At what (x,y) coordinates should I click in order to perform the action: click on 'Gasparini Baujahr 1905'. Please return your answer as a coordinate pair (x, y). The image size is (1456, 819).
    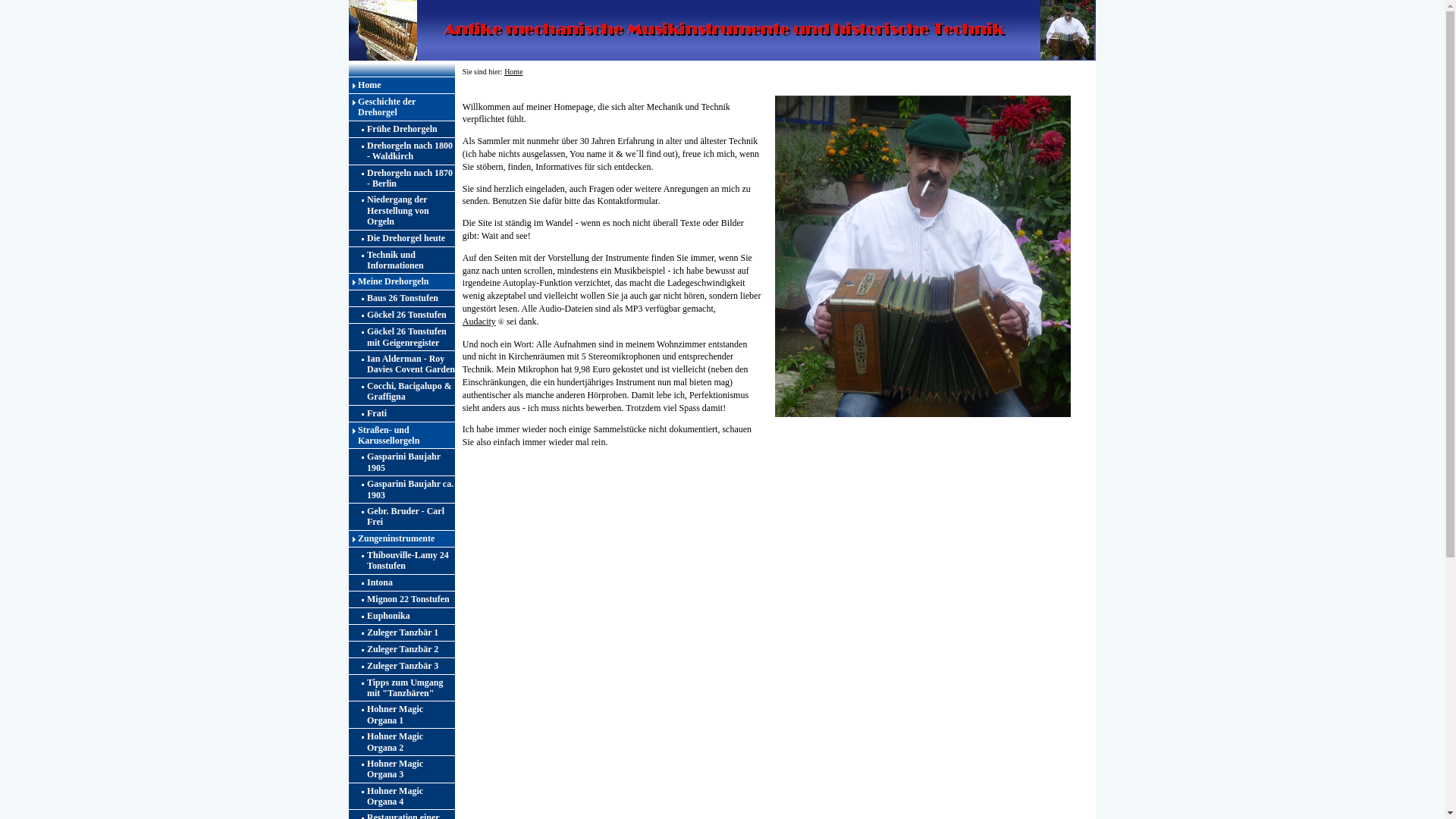
    Looking at the image, I should click on (401, 461).